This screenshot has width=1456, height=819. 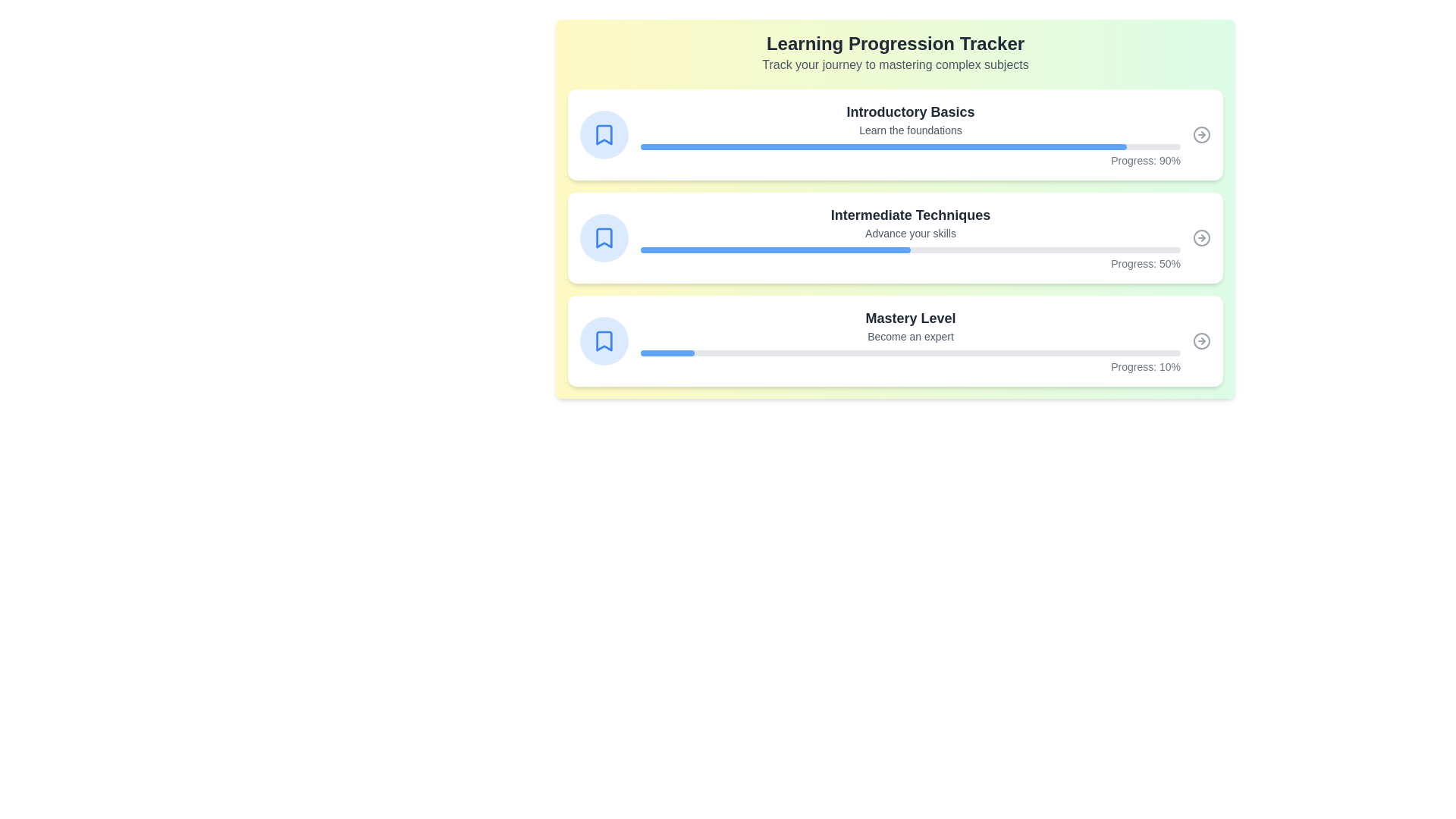 I want to click on the non-interactive text label indicating 'Intermediate Techniques', which serves as a title for the surrounding content, so click(x=910, y=215).